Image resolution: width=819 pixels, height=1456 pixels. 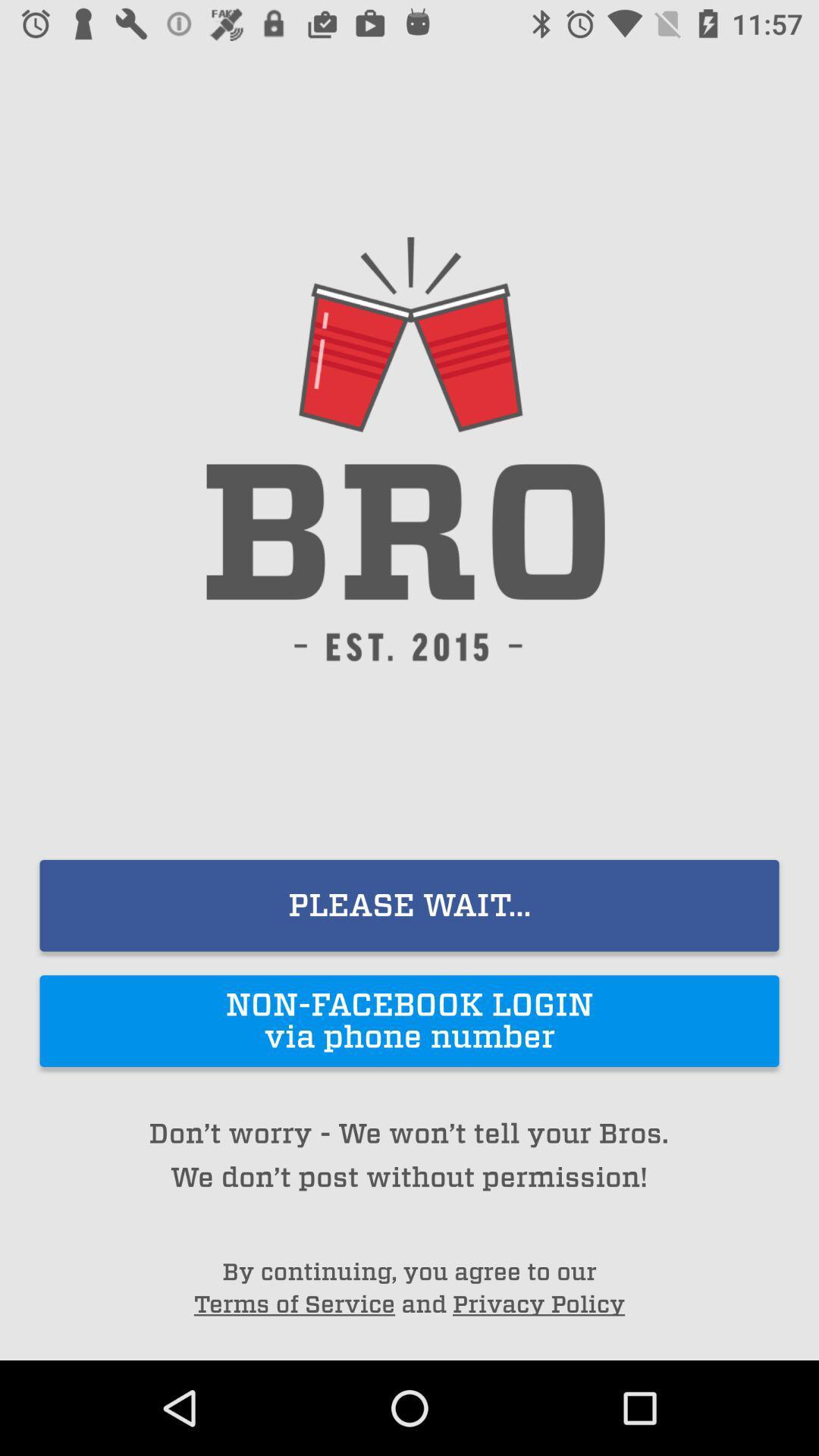 What do you see at coordinates (409, 1021) in the screenshot?
I see `the item above the don t worry icon` at bounding box center [409, 1021].